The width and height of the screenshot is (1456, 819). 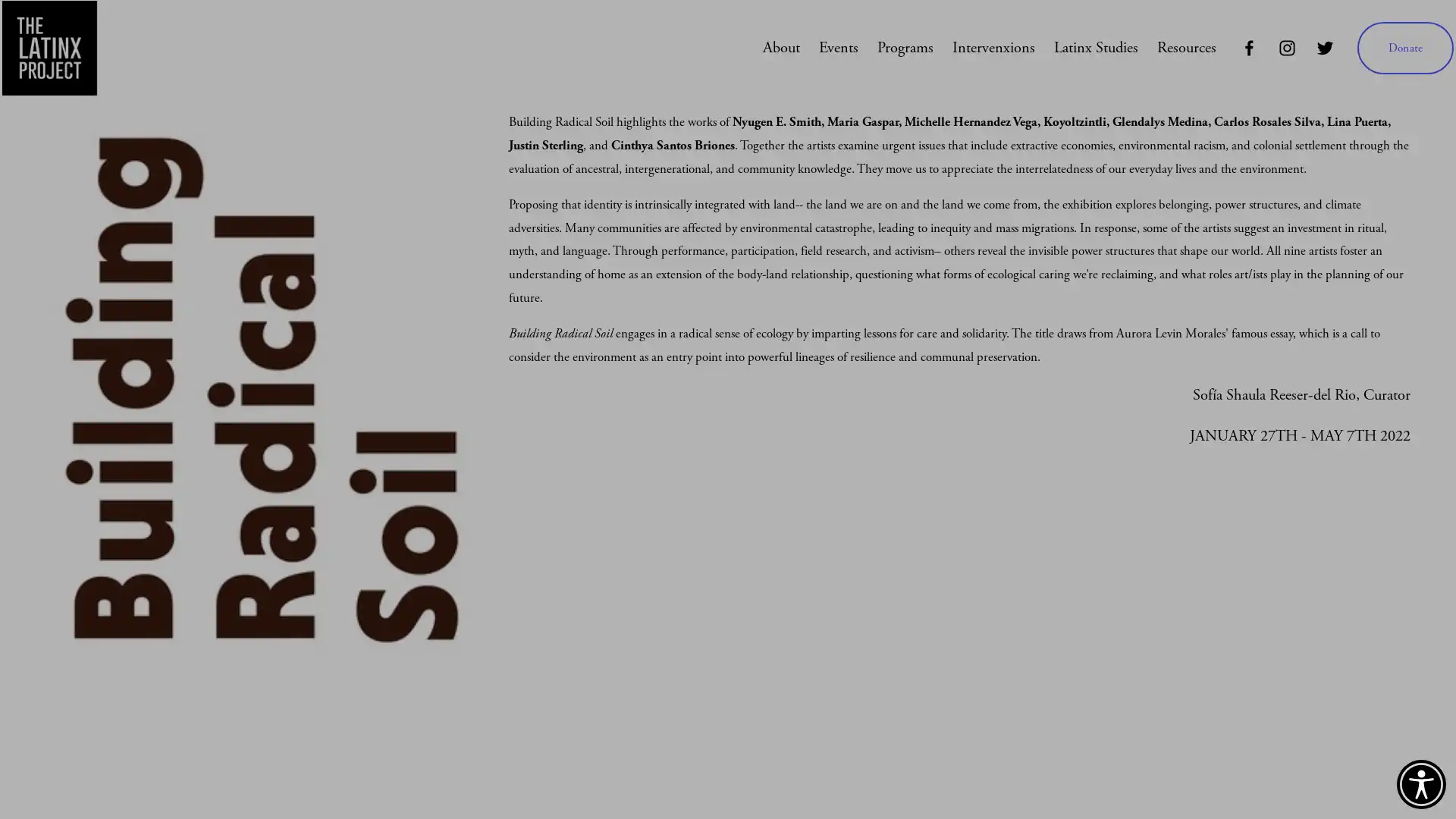 What do you see at coordinates (1420, 784) in the screenshot?
I see `Accessibility Menu` at bounding box center [1420, 784].